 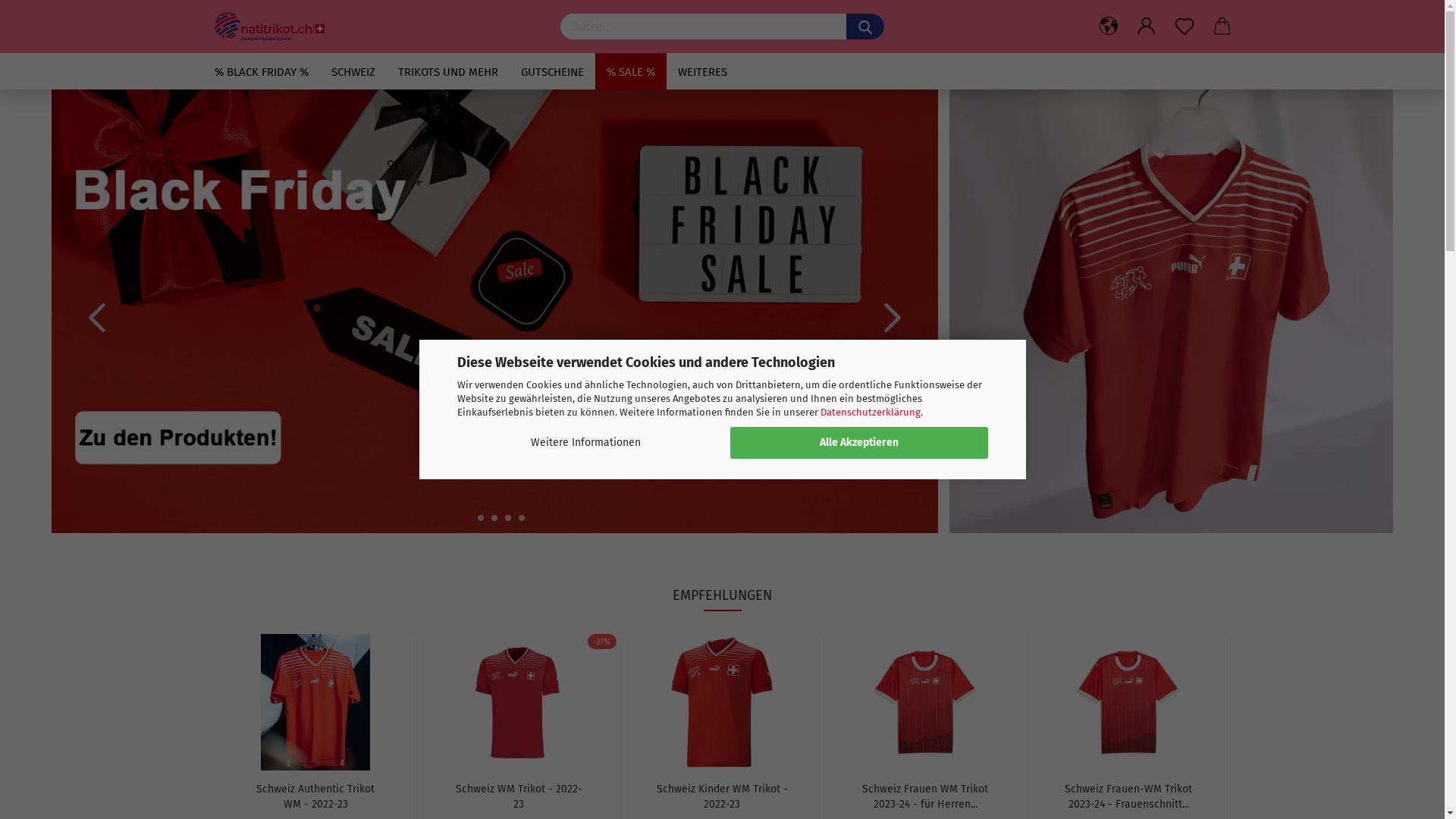 I want to click on 'Schweiz Frauen-WM Trikot 2023-24 - Frauenschnitt', so click(x=1128, y=701).